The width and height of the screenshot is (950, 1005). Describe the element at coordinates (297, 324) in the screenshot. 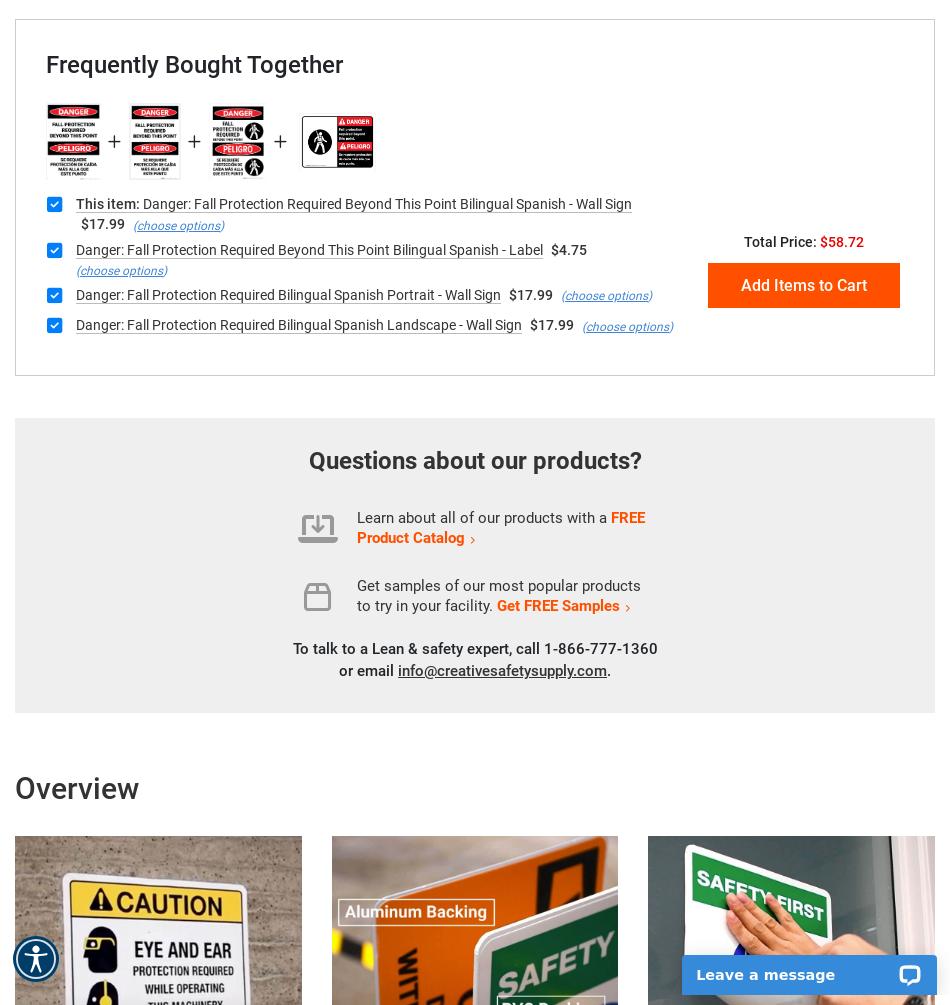

I see `'Danger: Fall Protection Required Bilingual Spanish Landscape - Wall Sign'` at that location.